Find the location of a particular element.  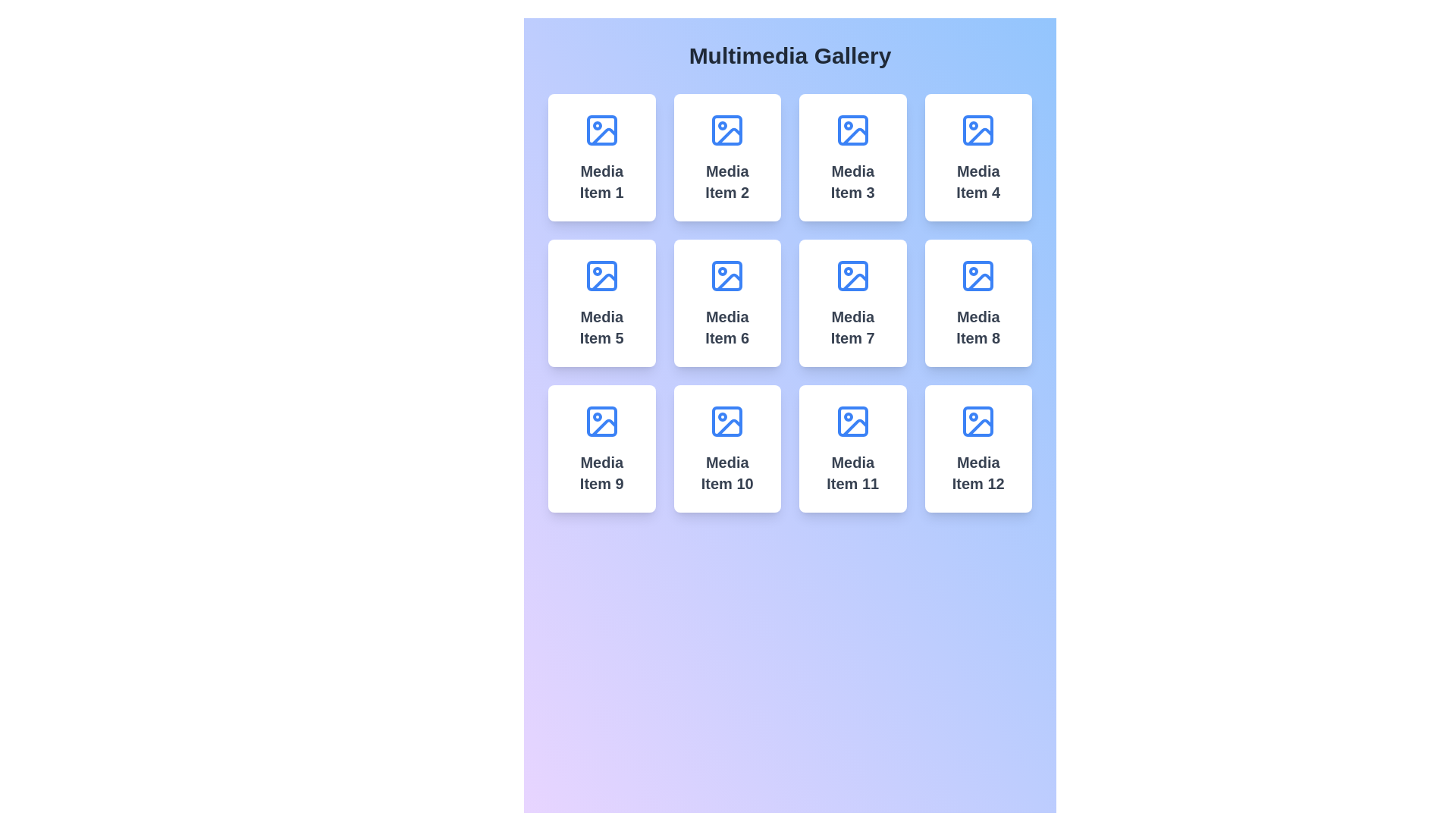

the text label displaying 'Media Item 11', which is styled with centered alignment, large bold font, and located in the third row and second column of a grid layout is located at coordinates (852, 472).